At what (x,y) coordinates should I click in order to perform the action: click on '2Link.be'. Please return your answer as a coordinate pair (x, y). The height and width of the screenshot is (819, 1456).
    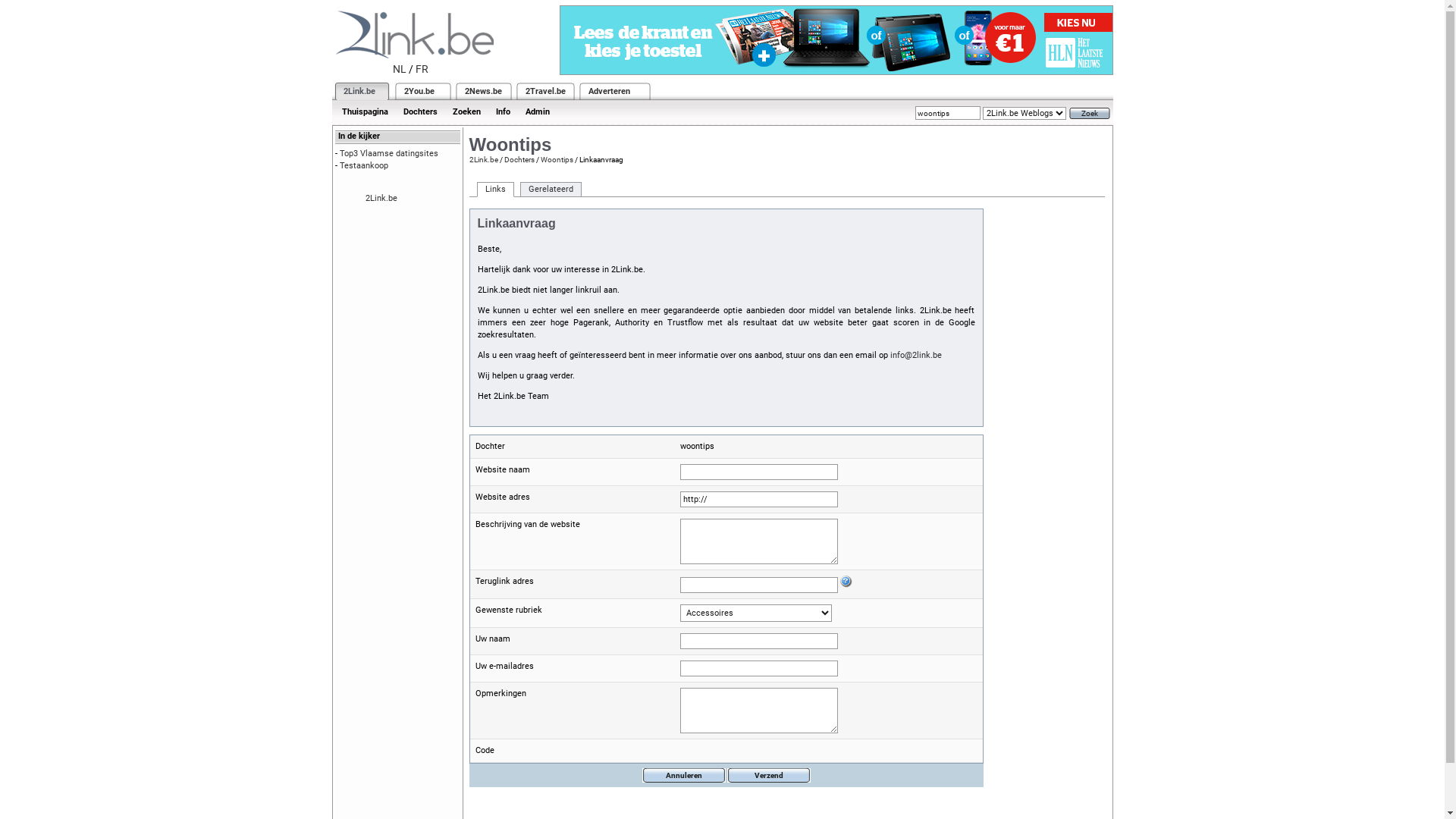
    Looking at the image, I should click on (358, 91).